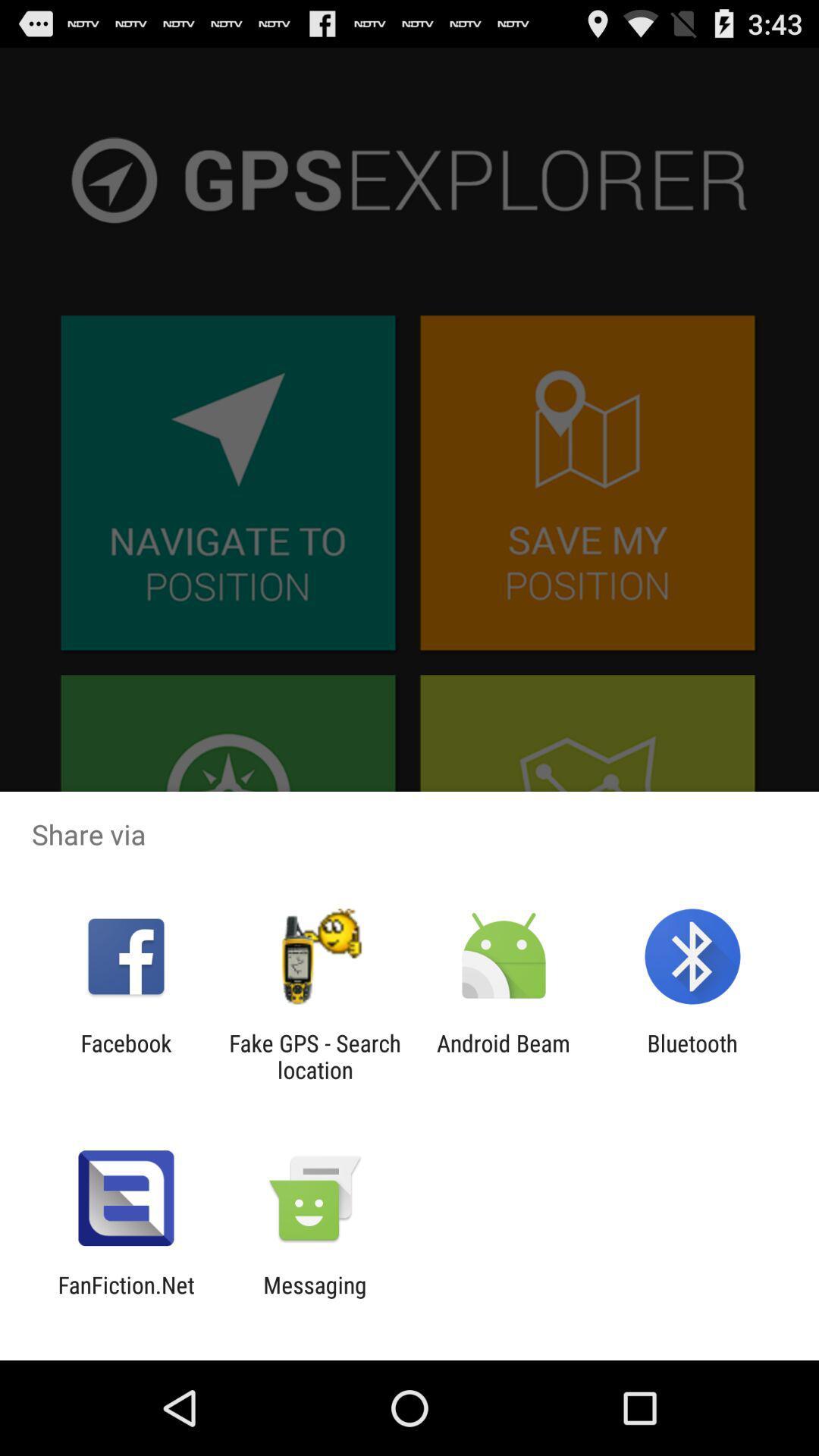  Describe the element at coordinates (125, 1056) in the screenshot. I see `the facebook item` at that location.